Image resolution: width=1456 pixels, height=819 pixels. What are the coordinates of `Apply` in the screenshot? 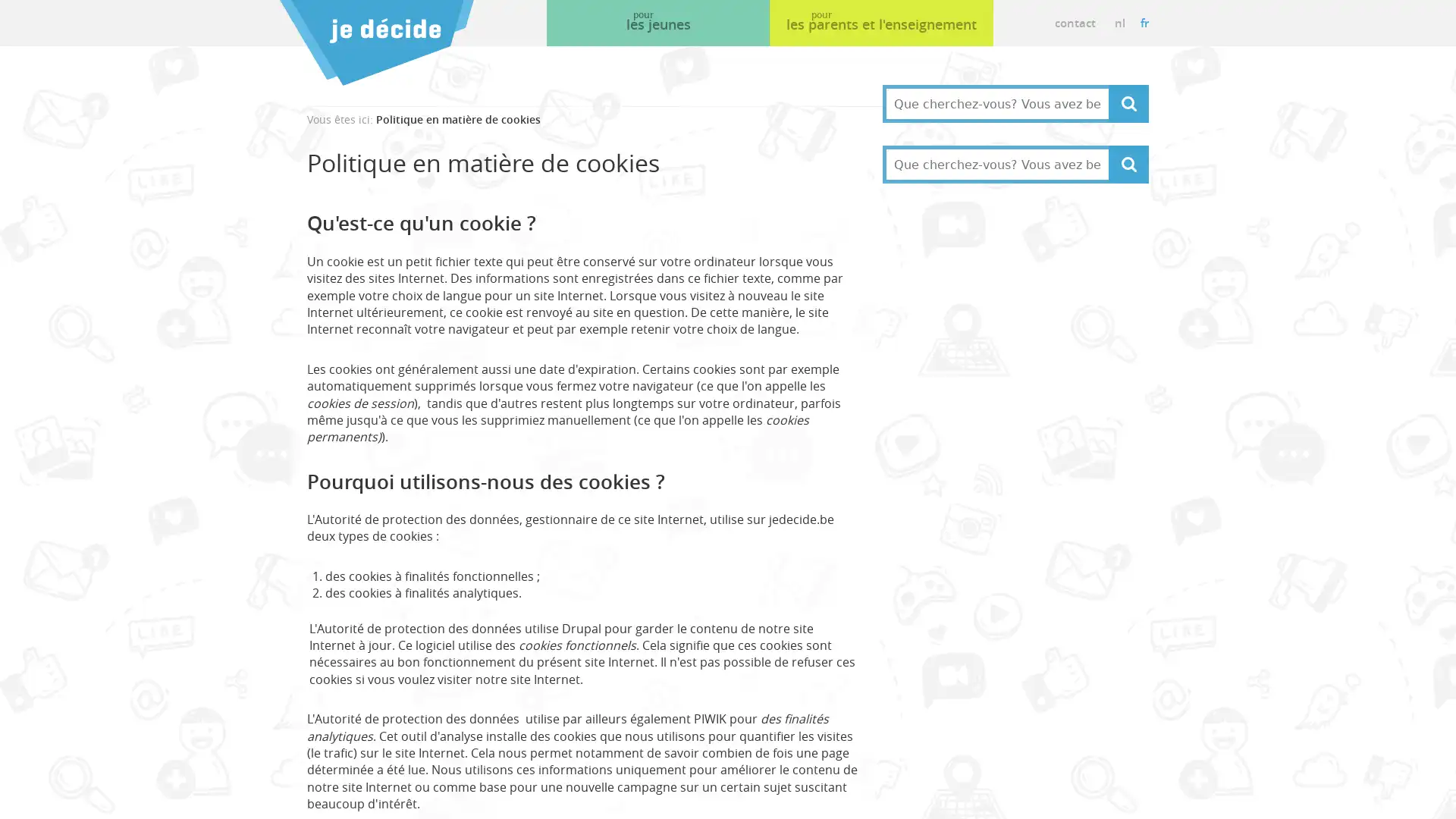 It's located at (1128, 103).